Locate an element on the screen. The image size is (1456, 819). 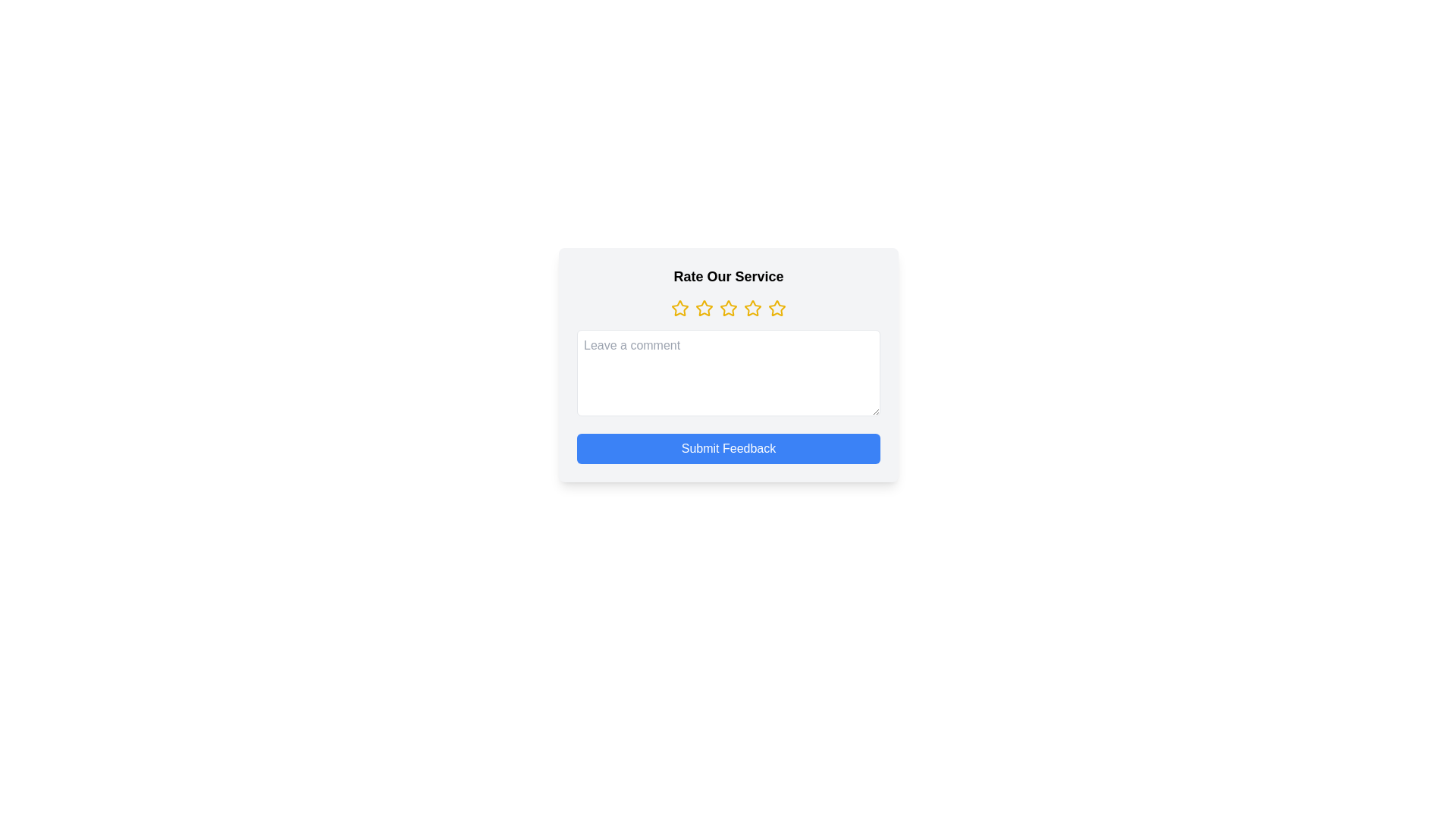
the fifth golden star in the rating system is located at coordinates (777, 307).